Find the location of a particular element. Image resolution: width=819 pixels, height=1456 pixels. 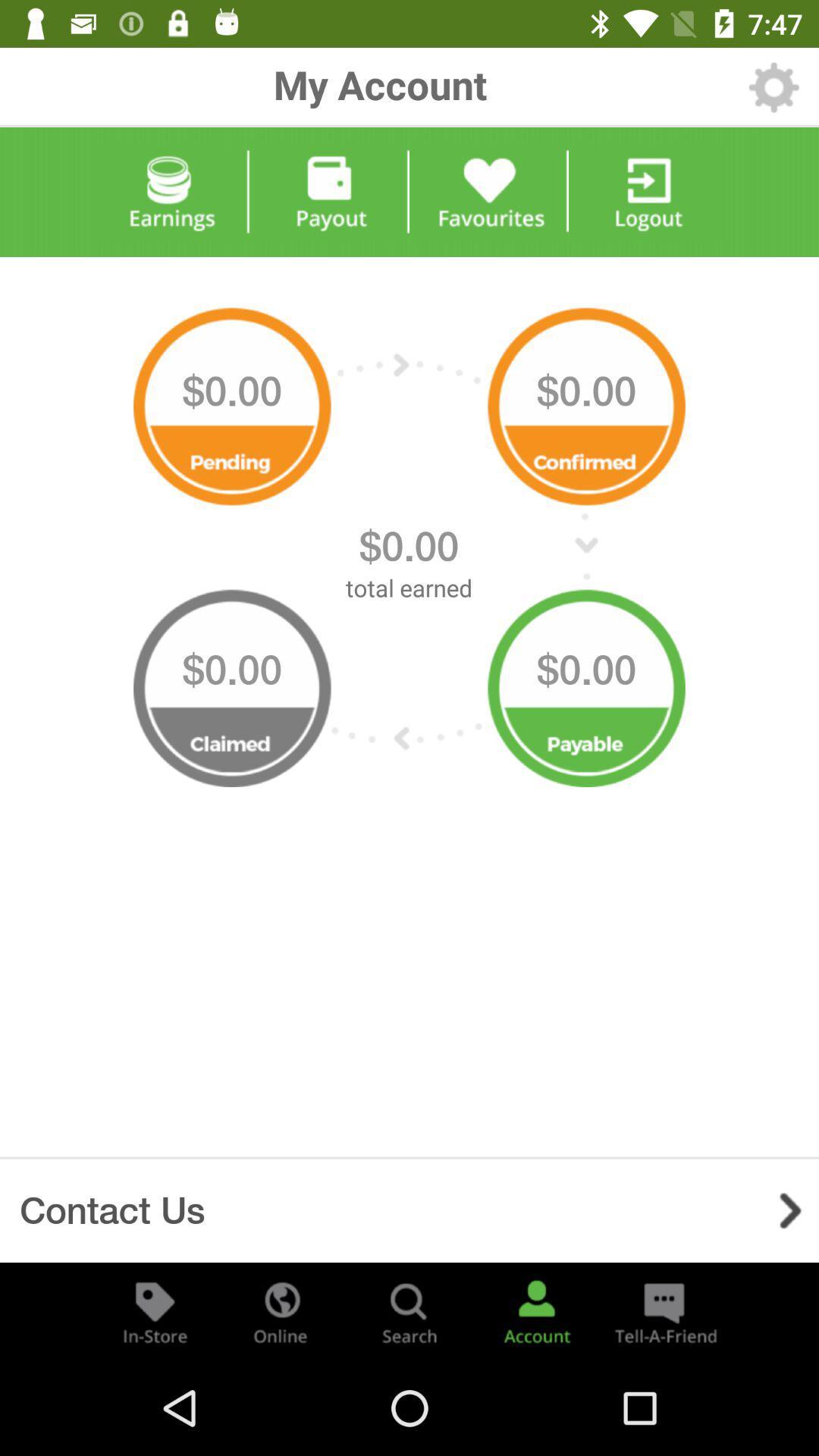

option to search is located at coordinates (409, 1310).